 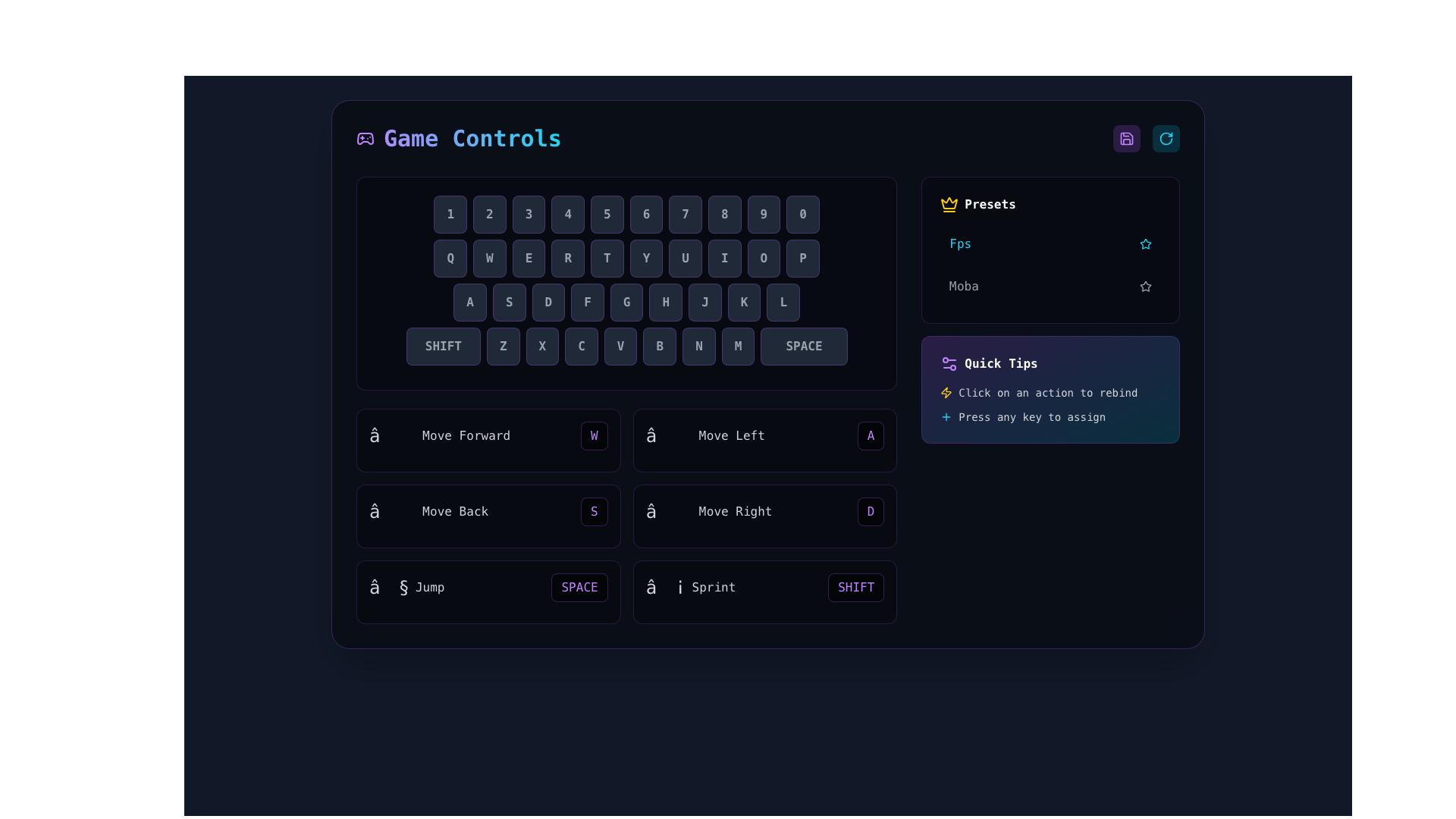 I want to click on the text contained in the 'SPACE' button, a rectangular button with a black background and bold purple font, located in the lower portion of the control mappings grid, so click(x=579, y=587).